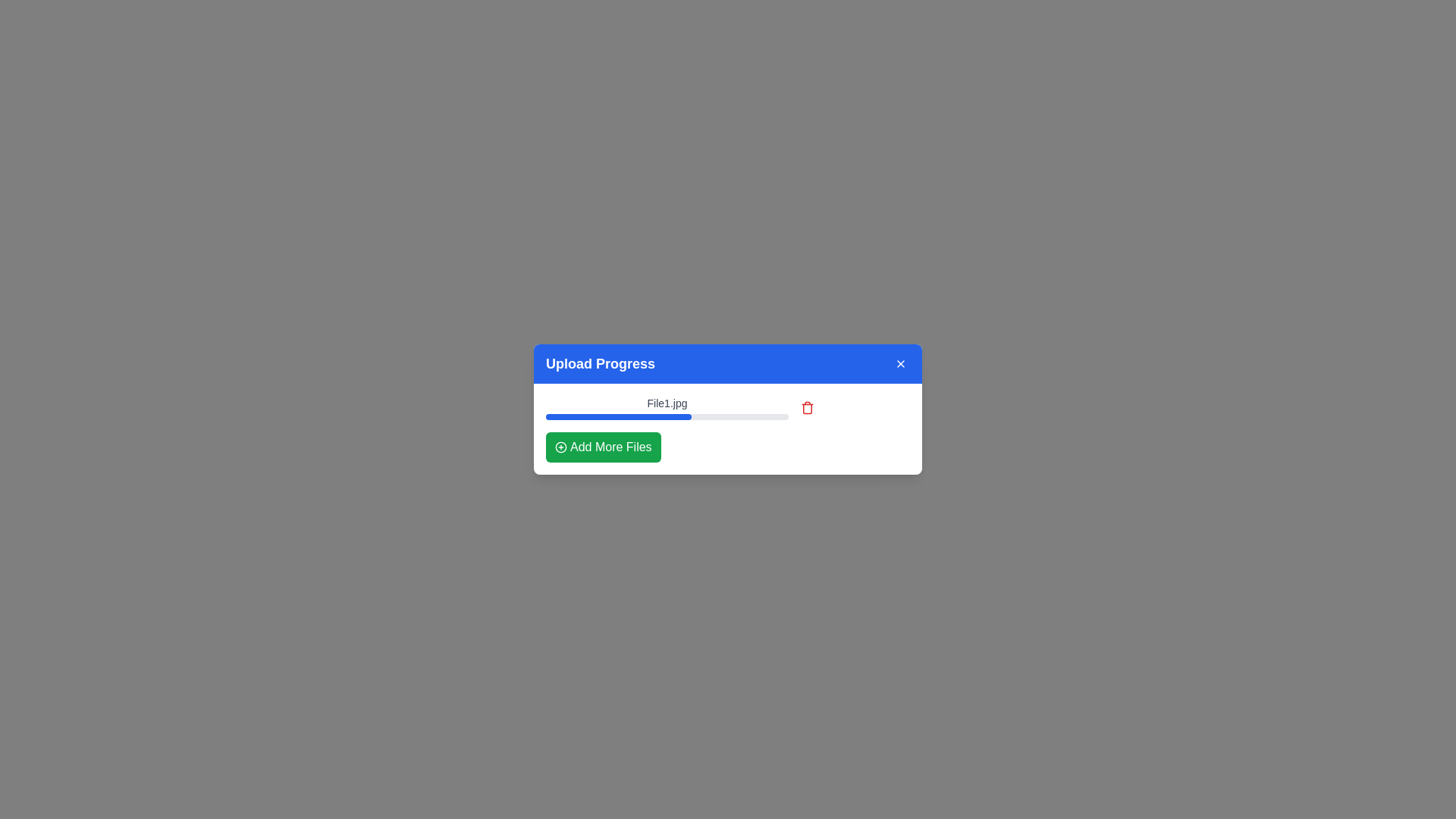 The height and width of the screenshot is (819, 1456). I want to click on the circular '+' icon with a green stroke, part of the 'Add More Files' button located at the bottom left of the 'Upload Progress' modal, so click(560, 447).